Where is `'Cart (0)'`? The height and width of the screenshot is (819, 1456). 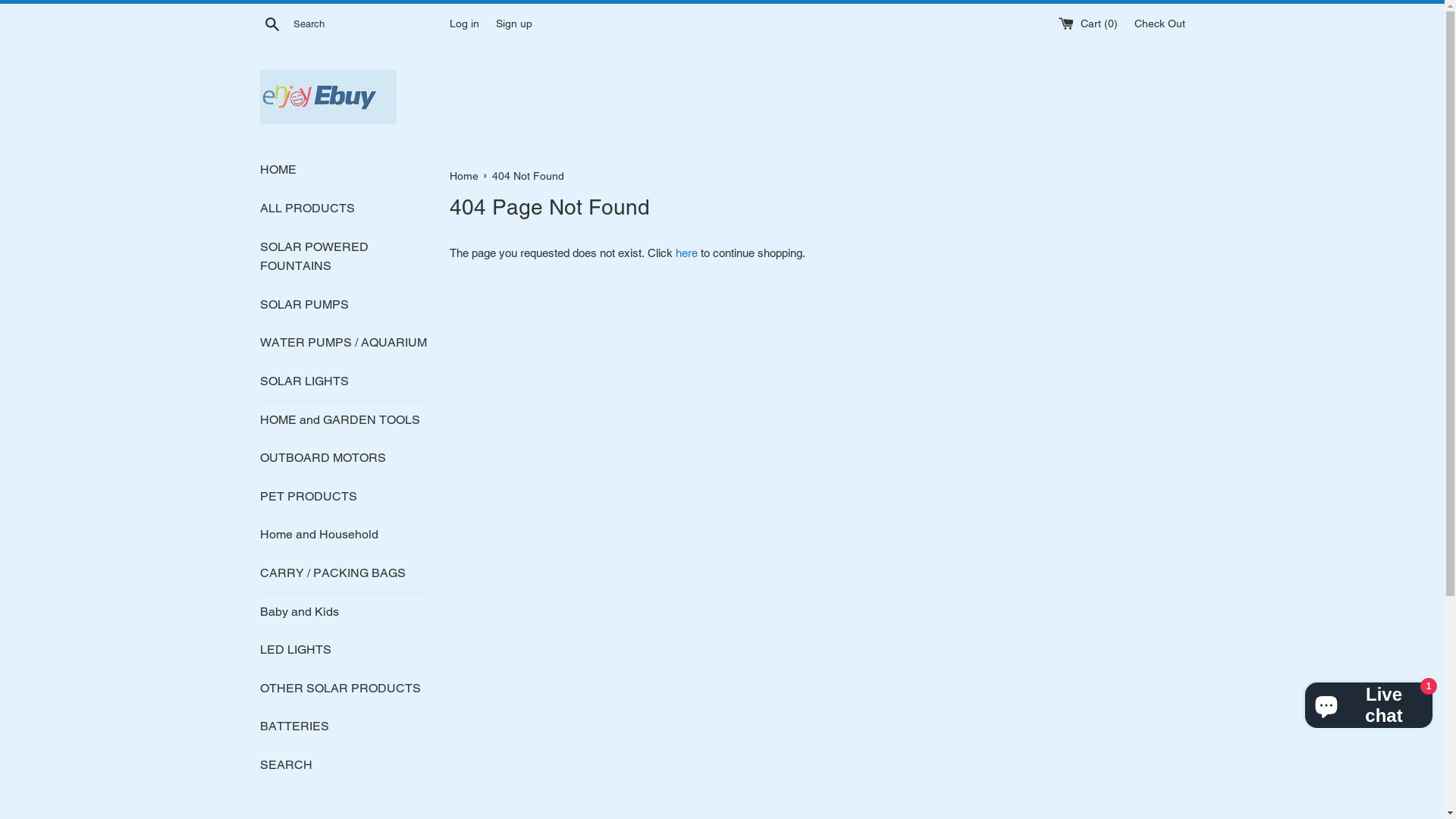
'Cart (0)' is located at coordinates (1088, 23).